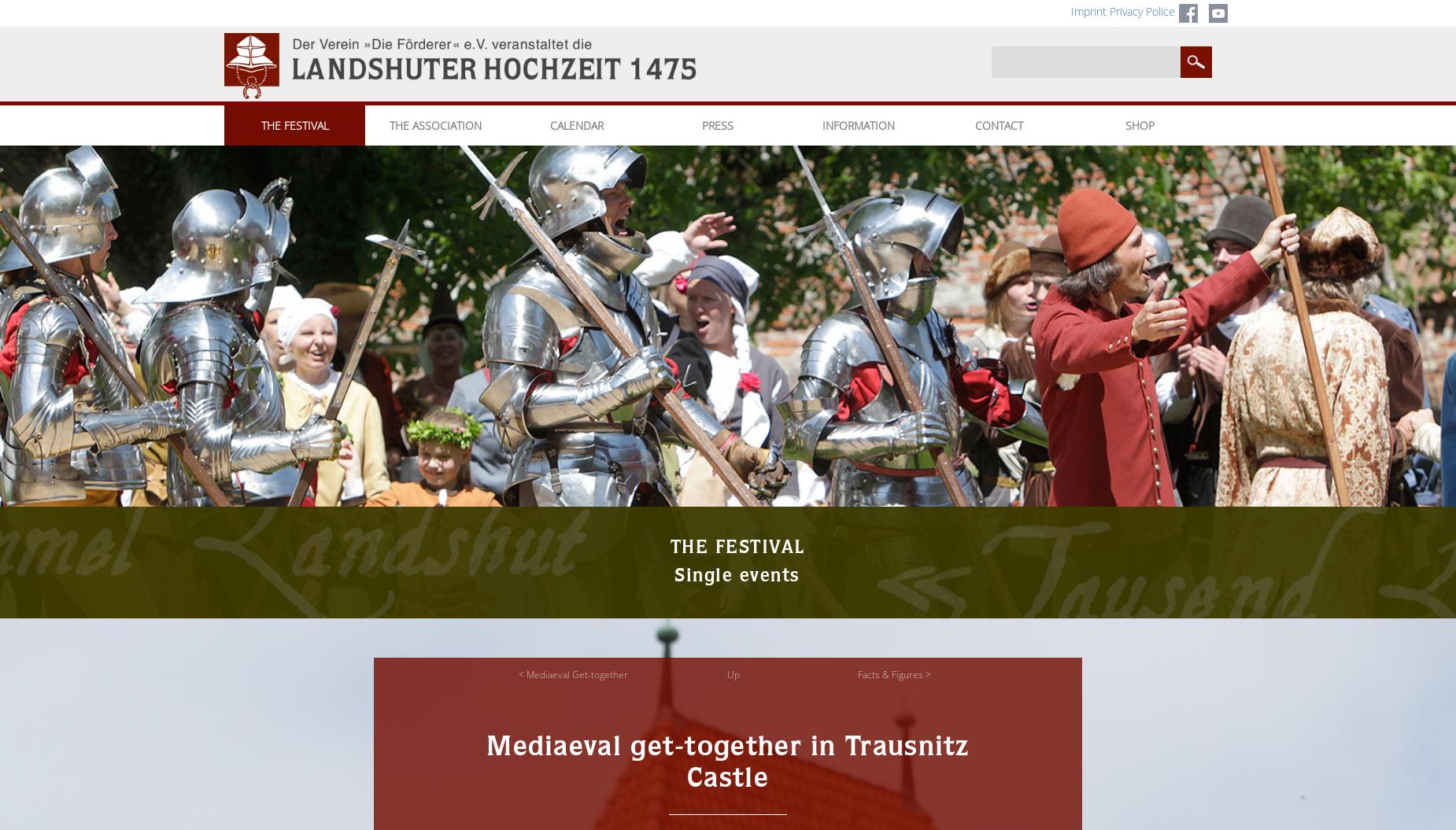 This screenshot has height=830, width=1456. What do you see at coordinates (736, 577) in the screenshot?
I see `'Single events'` at bounding box center [736, 577].